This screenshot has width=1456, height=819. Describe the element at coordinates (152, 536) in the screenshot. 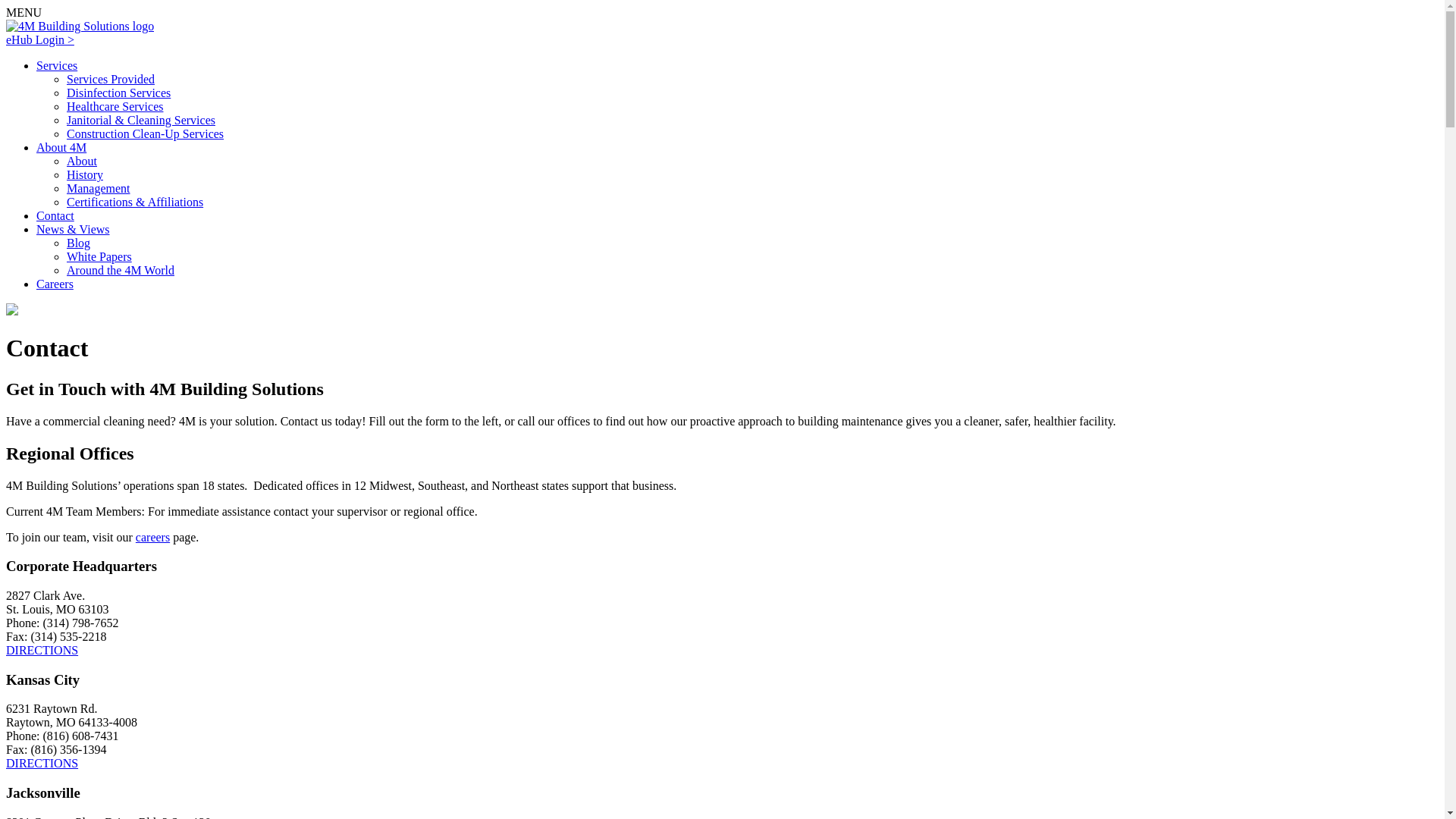

I see `'careers'` at that location.